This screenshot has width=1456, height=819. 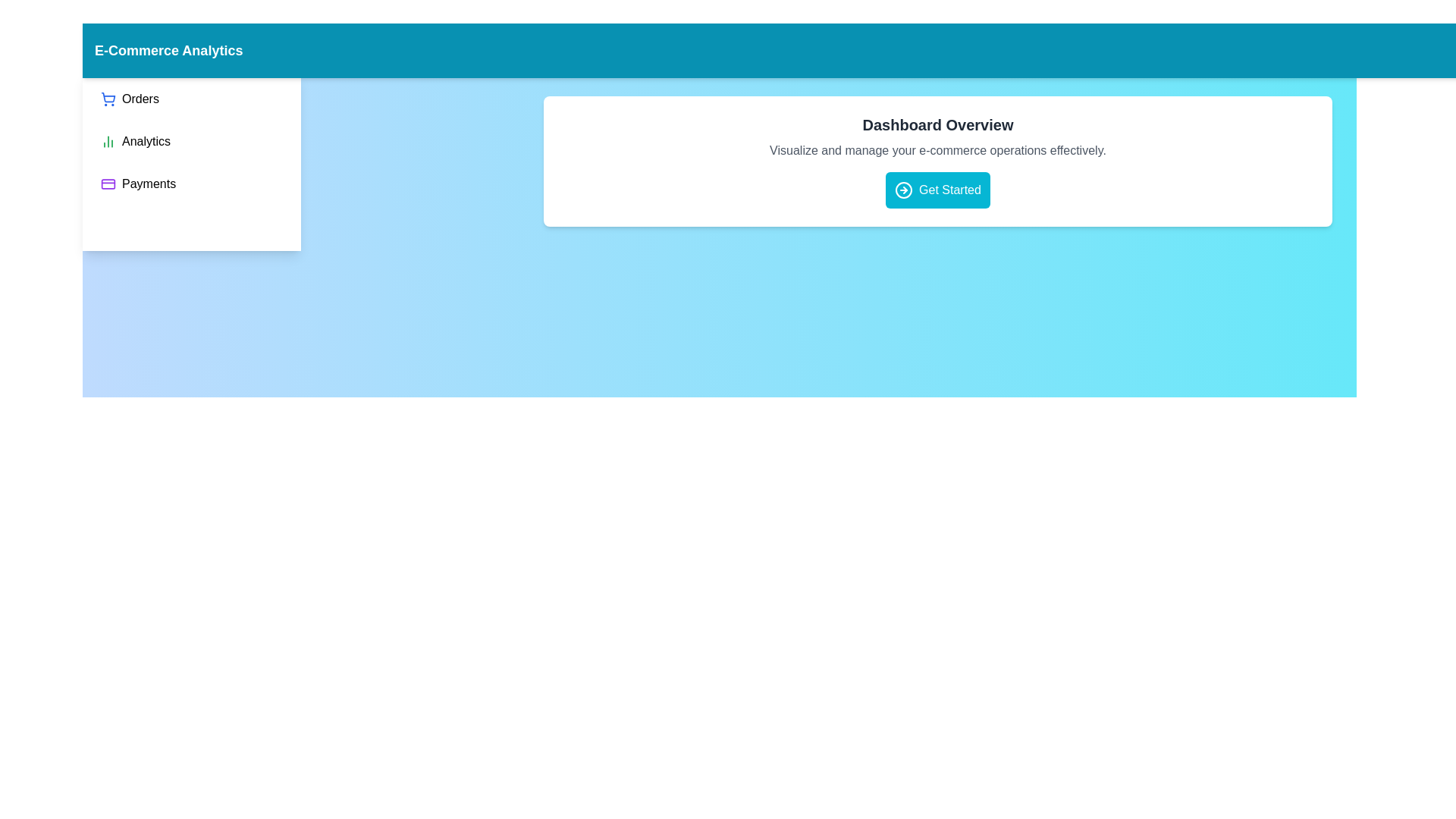 What do you see at coordinates (108, 141) in the screenshot?
I see `the 'Analytics' icon, which visually represents the analytics section in the sidebar menu` at bounding box center [108, 141].